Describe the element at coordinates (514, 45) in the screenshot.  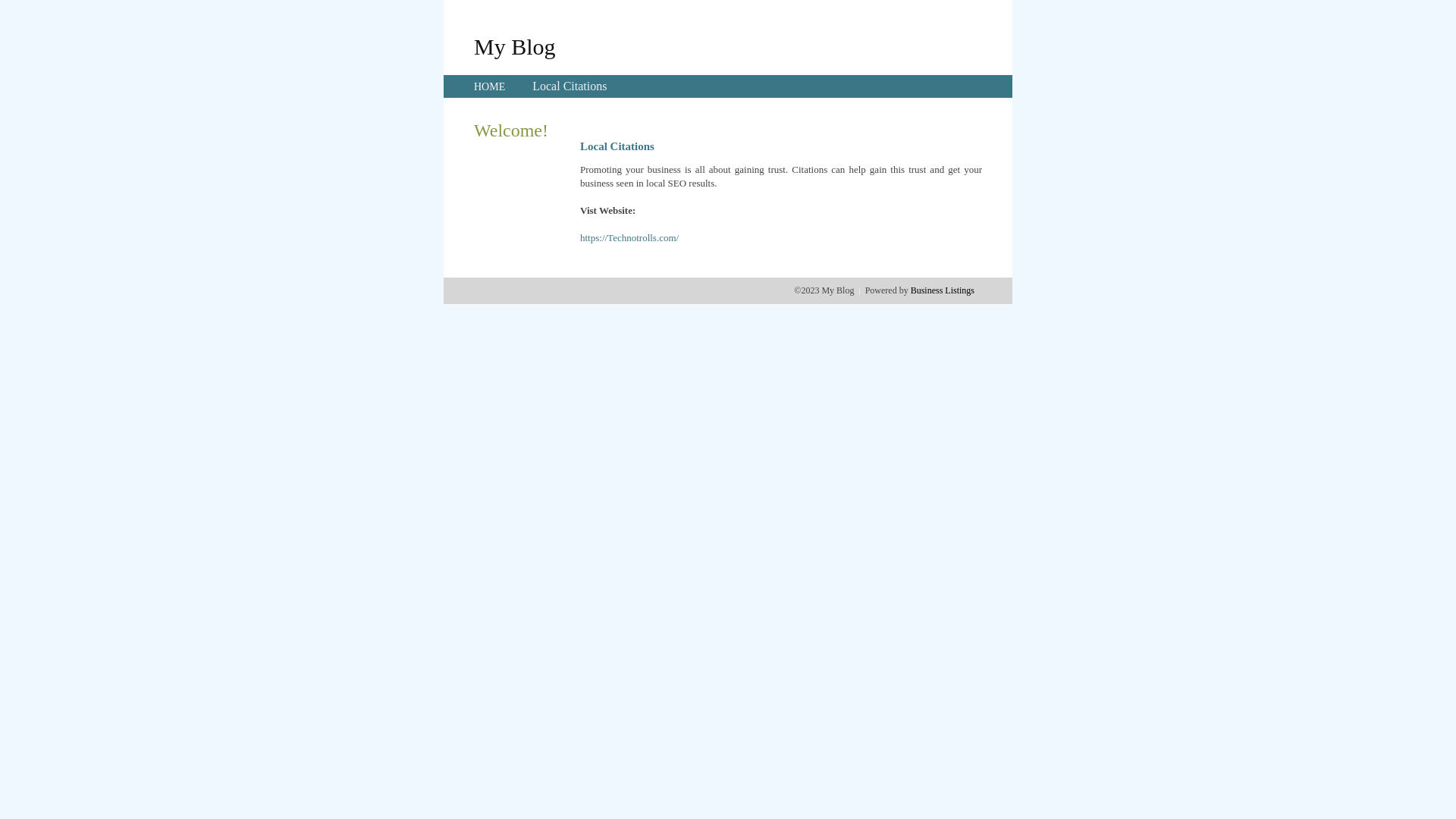
I see `'My Blog'` at that location.